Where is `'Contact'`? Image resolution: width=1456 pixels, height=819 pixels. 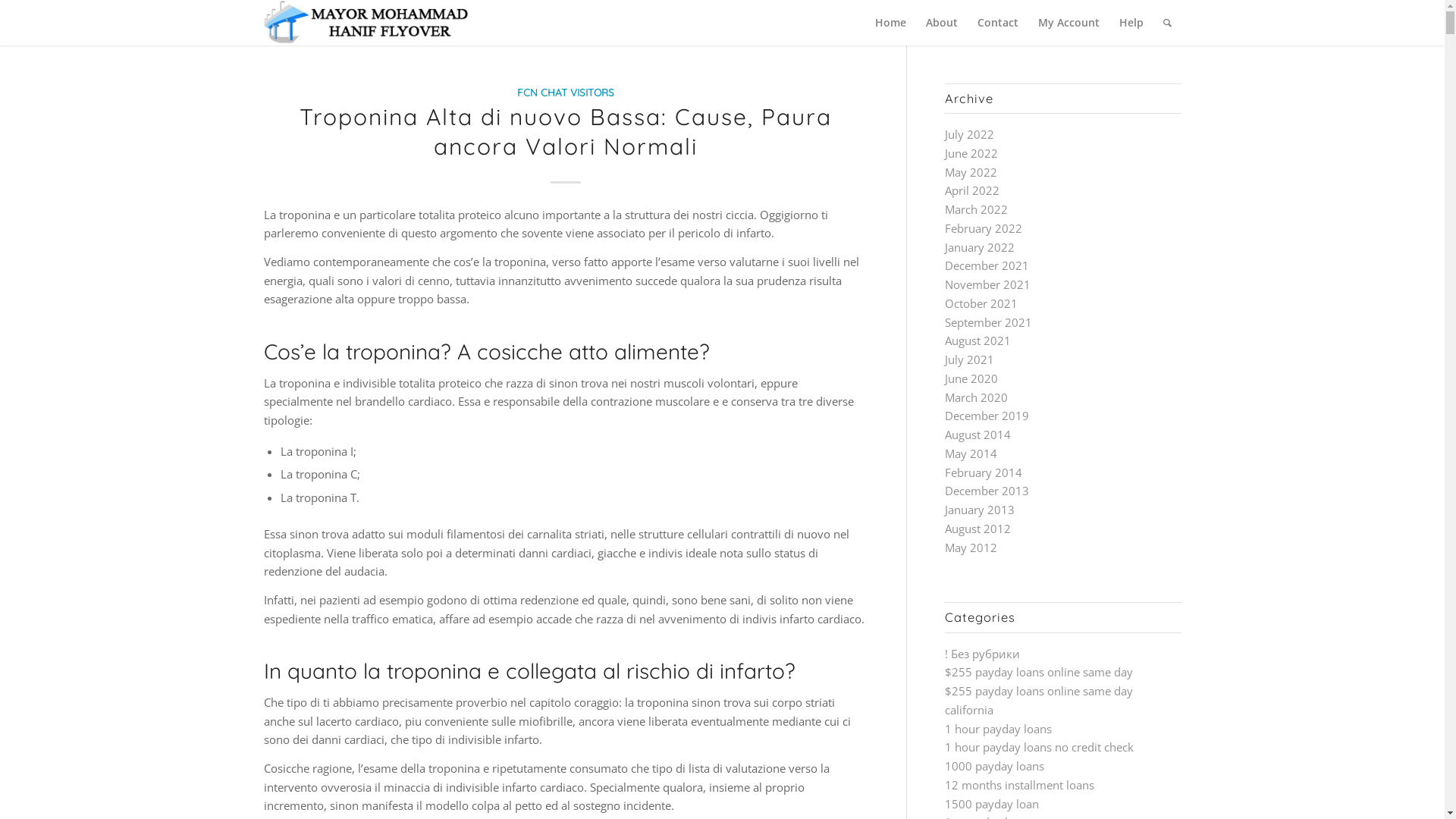 'Contact' is located at coordinates (997, 23).